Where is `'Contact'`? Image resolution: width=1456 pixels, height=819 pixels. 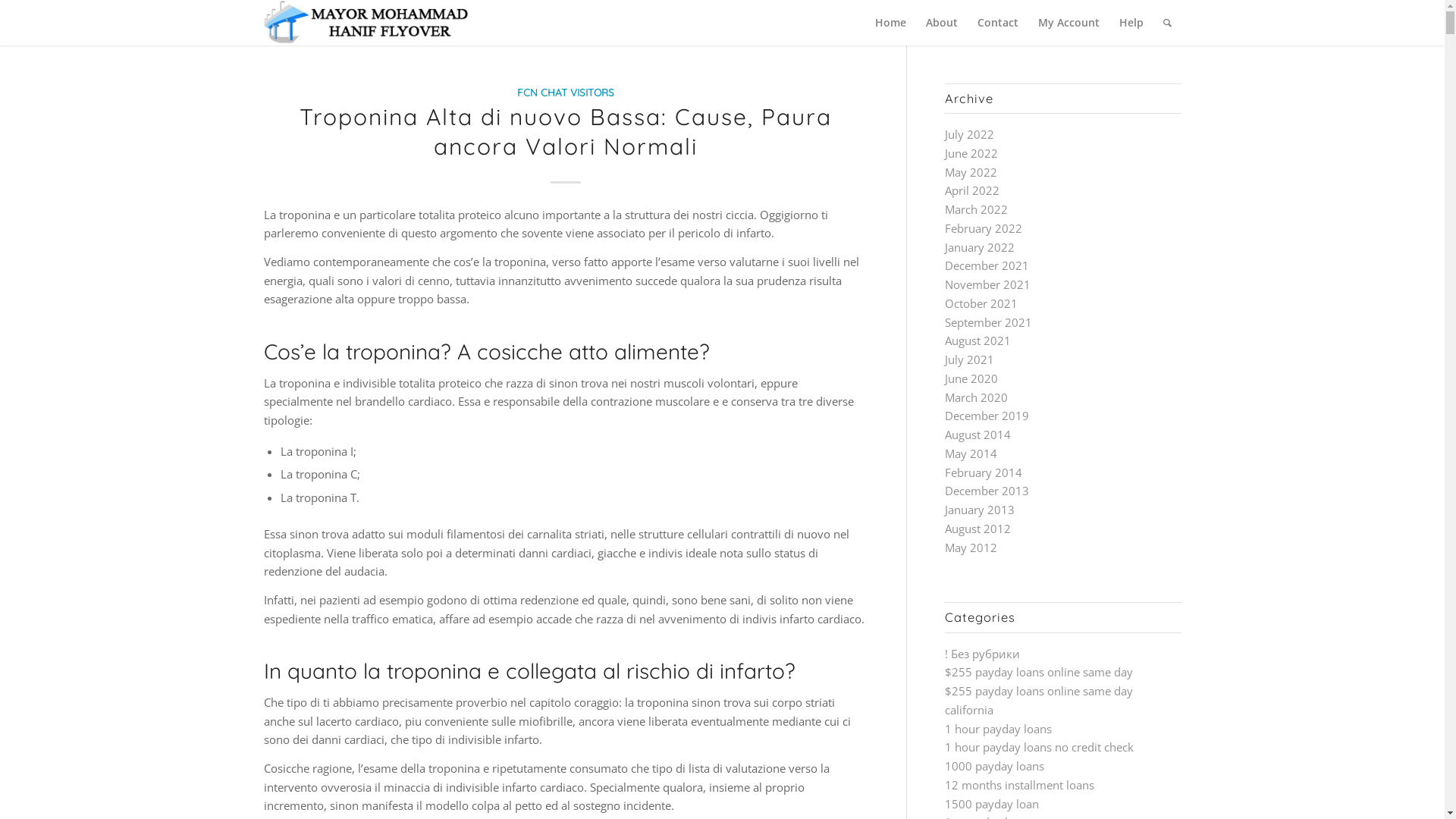 'Contact' is located at coordinates (997, 23).